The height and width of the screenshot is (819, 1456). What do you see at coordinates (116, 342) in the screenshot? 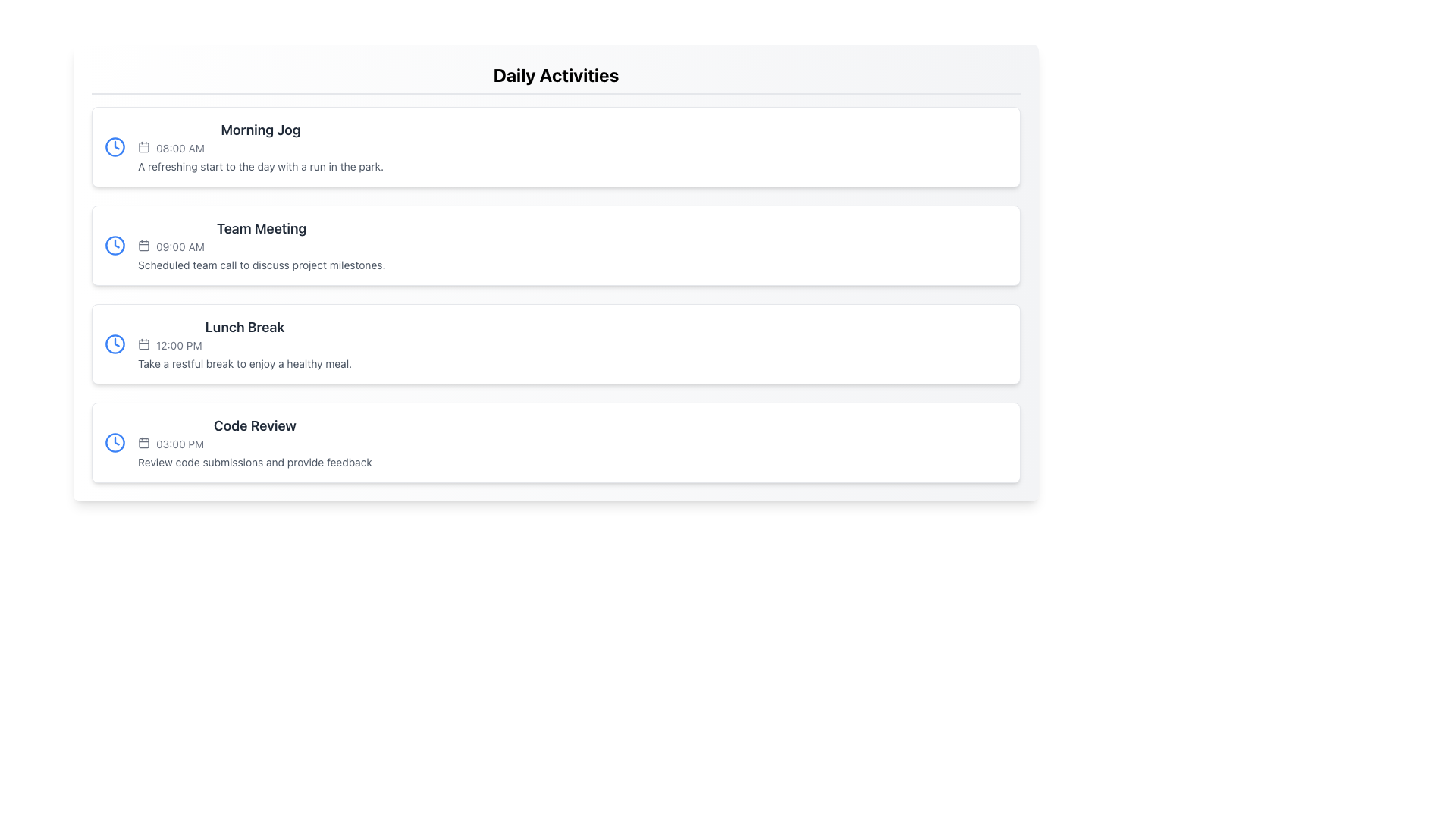
I see `the triangular component of the SVG-based clock icon located to the left of the '12:00 PM' text in the 'Lunch Break' entry` at bounding box center [116, 342].